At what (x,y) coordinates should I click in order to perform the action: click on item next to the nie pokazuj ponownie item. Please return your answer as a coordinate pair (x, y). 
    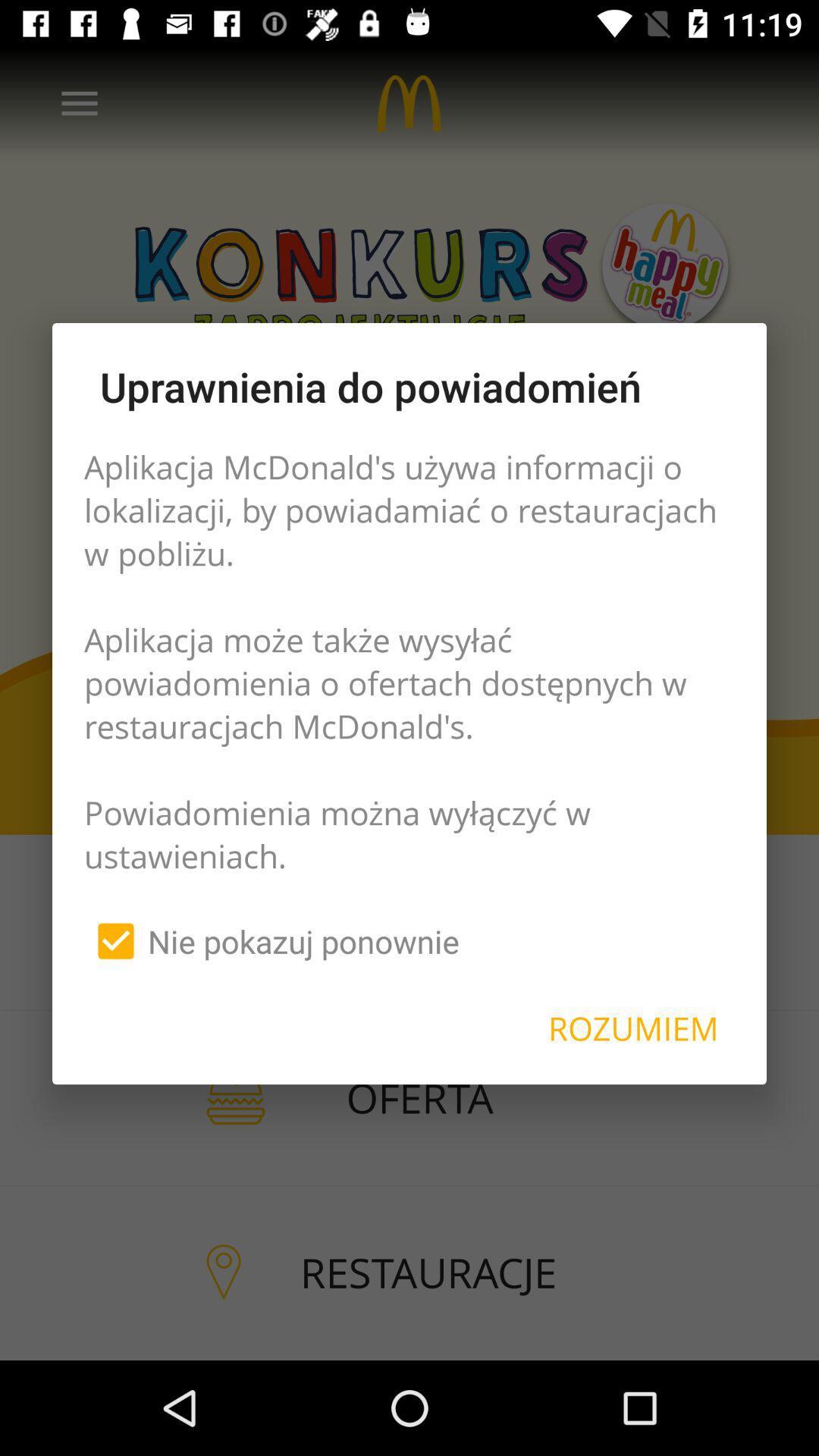
    Looking at the image, I should click on (633, 1028).